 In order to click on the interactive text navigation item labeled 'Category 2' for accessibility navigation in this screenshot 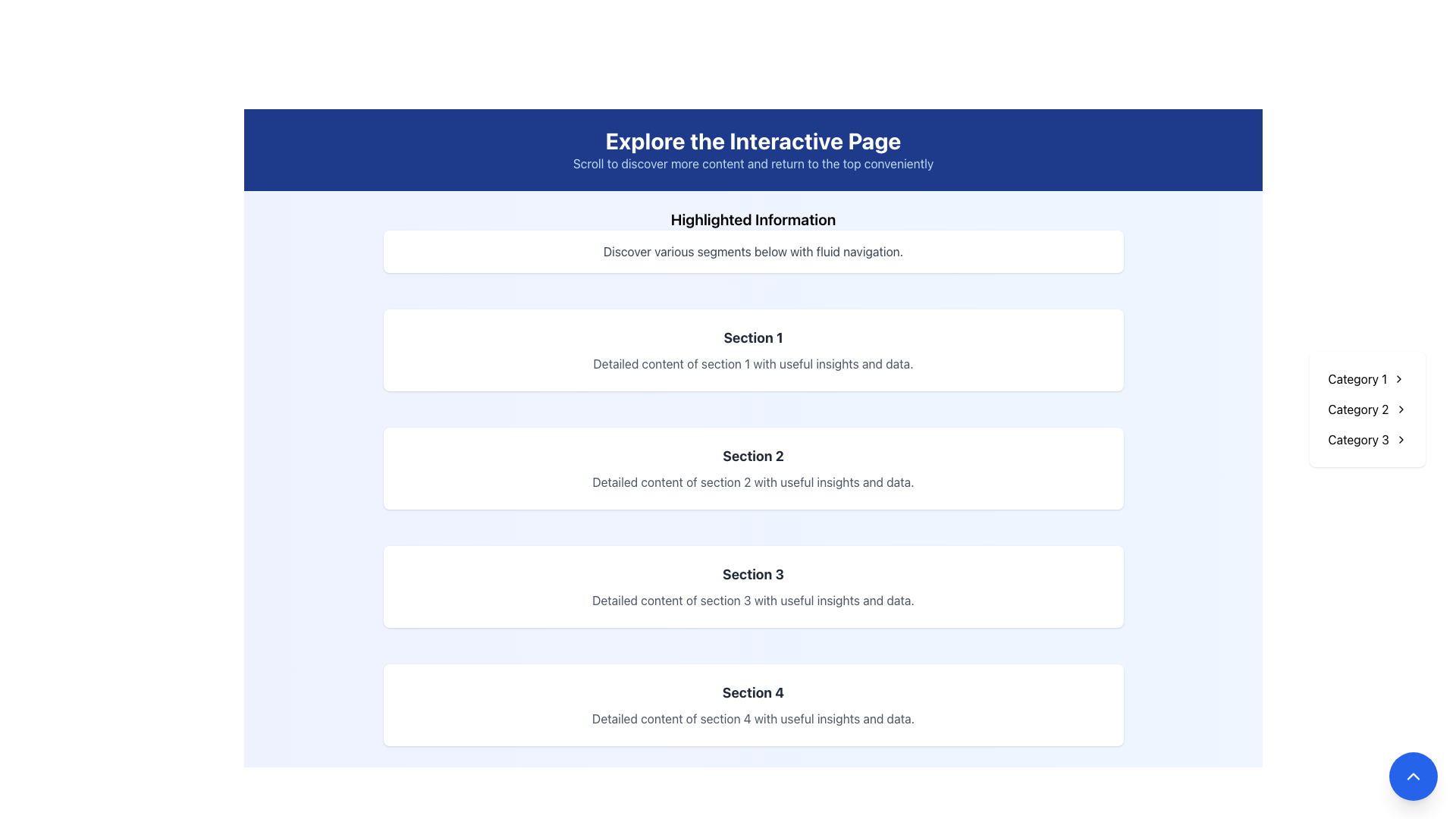, I will do `click(1367, 409)`.